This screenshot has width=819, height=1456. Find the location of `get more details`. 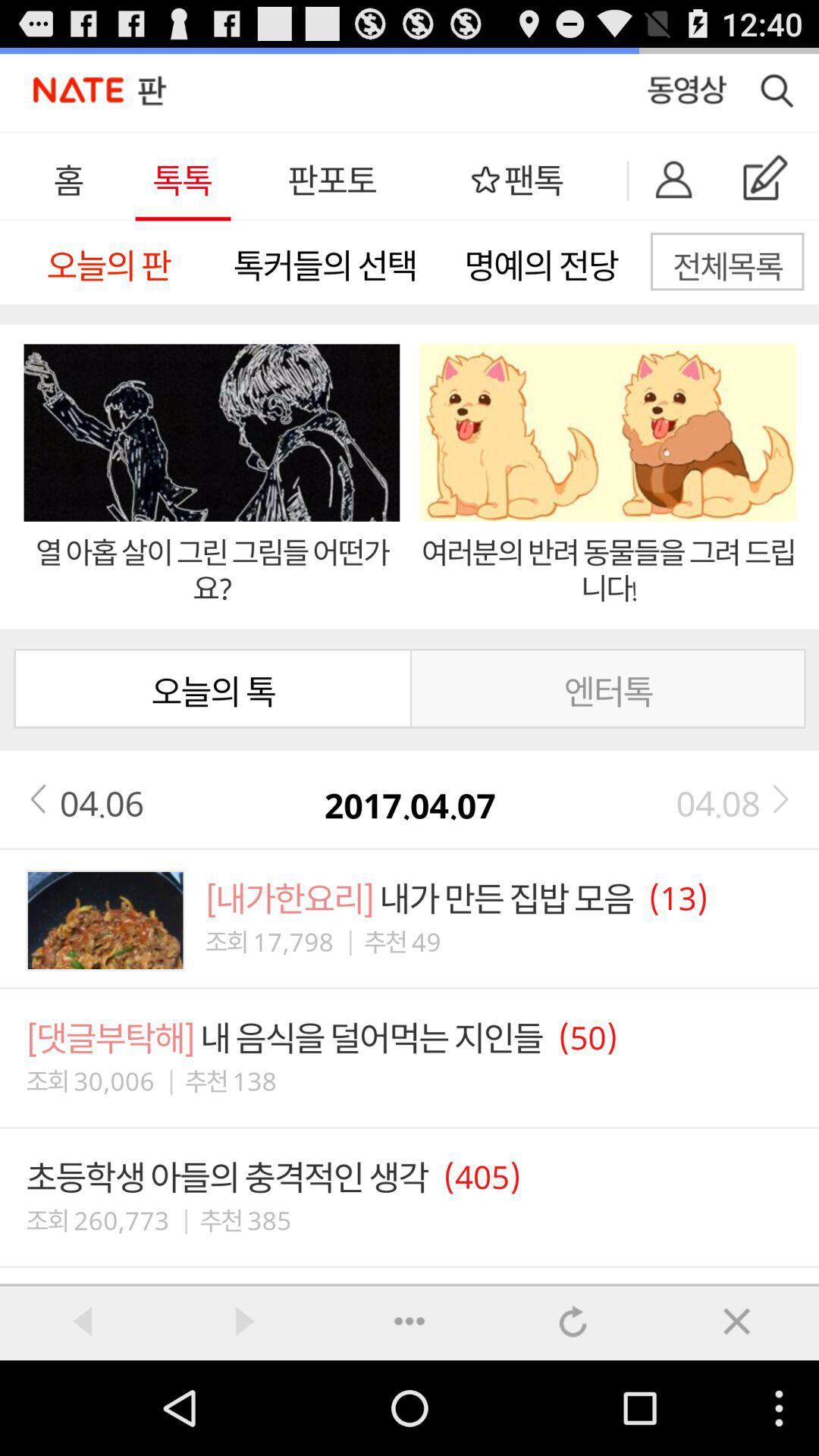

get more details is located at coordinates (409, 1320).